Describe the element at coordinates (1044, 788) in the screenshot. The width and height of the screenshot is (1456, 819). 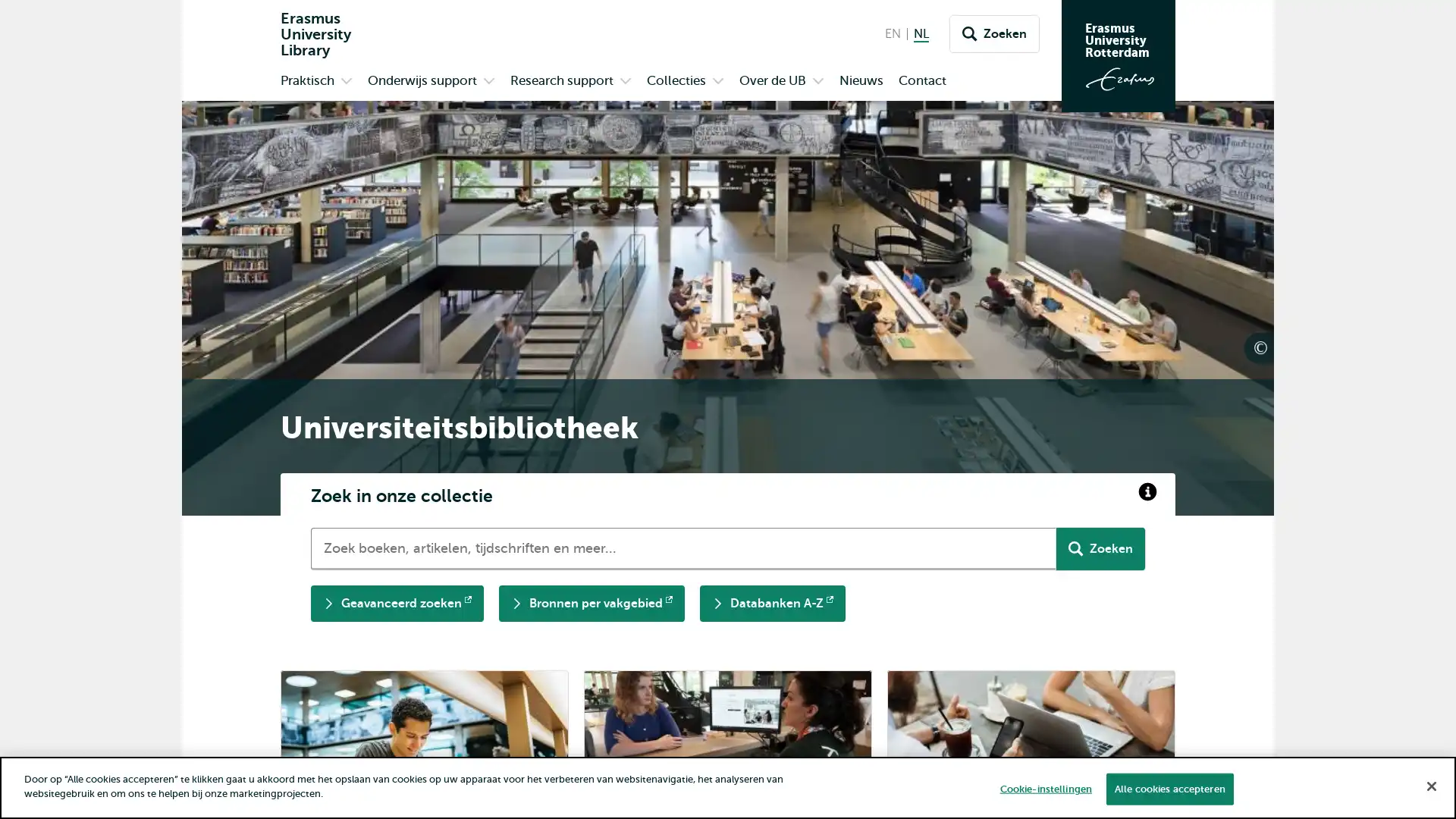
I see `Cookie-instellingen` at that location.